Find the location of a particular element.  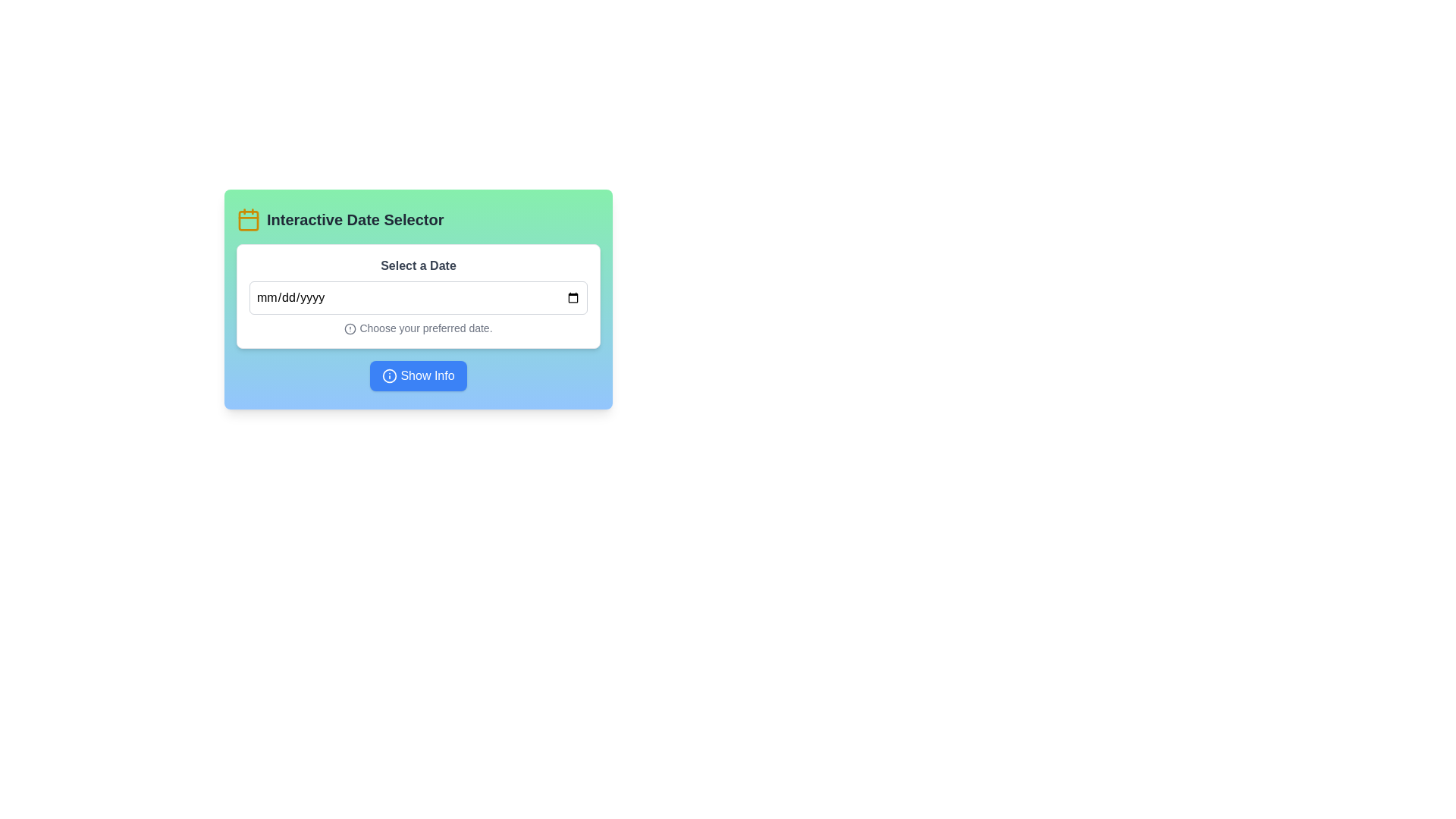

the date input field with placeholder text 'mm/dd/yyyy' located below the label 'Select a Date' and above the hint 'Choose your preferred date' is located at coordinates (419, 298).